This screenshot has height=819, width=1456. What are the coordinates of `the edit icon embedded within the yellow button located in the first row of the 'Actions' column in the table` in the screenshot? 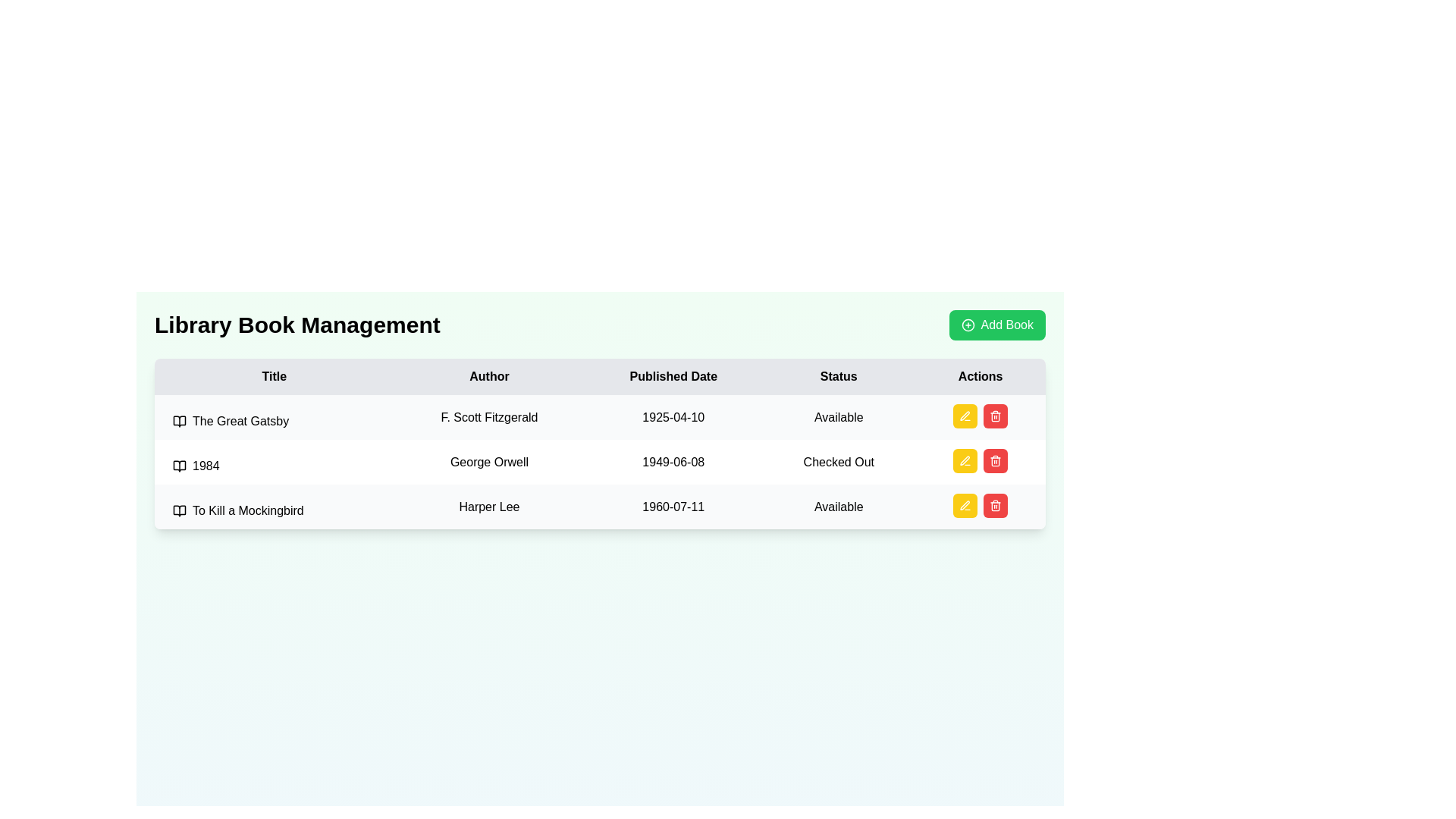 It's located at (965, 416).